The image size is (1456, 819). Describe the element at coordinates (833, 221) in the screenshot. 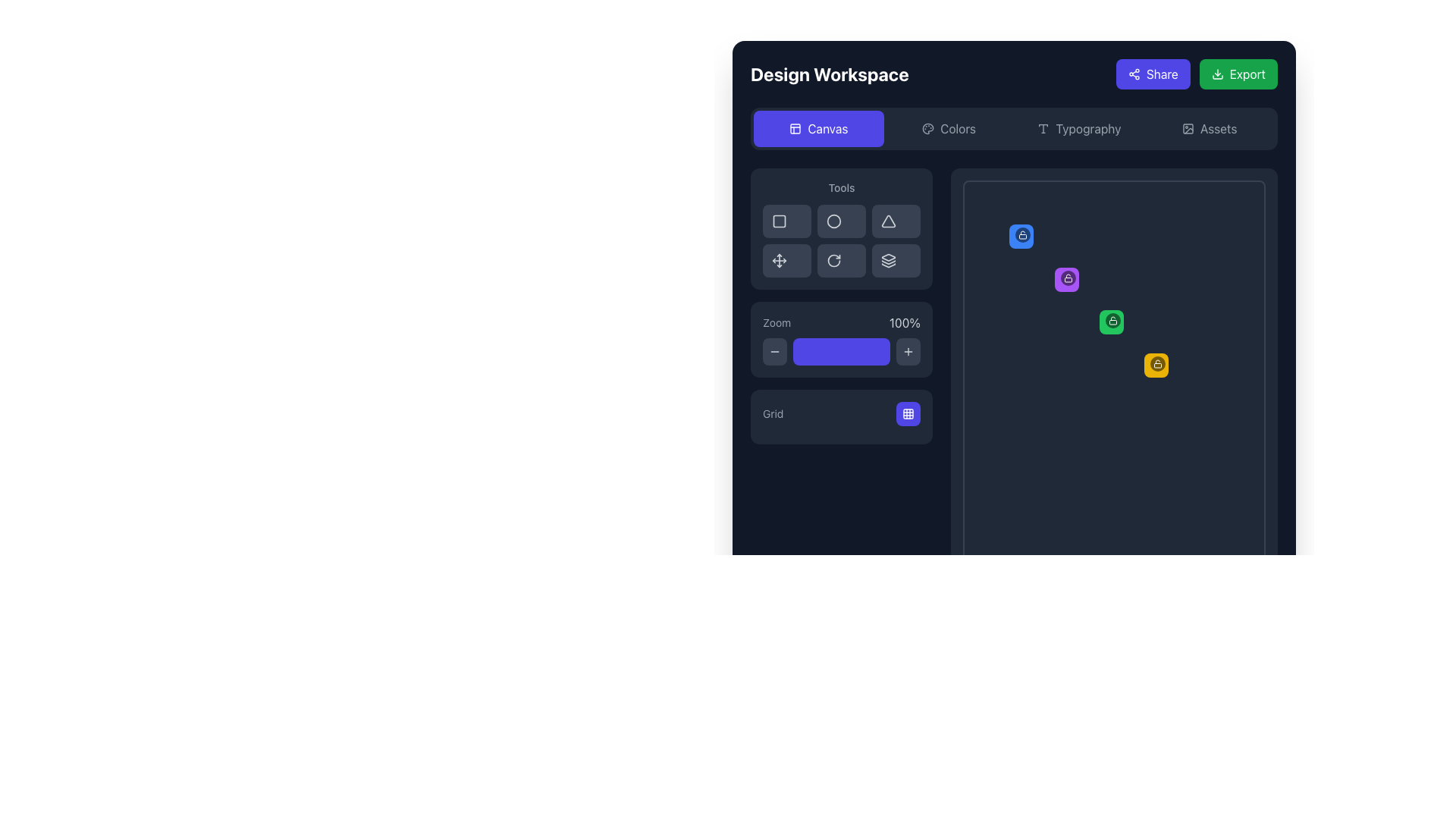

I see `the circular outline icon in the Tools section of the sidebar` at that location.